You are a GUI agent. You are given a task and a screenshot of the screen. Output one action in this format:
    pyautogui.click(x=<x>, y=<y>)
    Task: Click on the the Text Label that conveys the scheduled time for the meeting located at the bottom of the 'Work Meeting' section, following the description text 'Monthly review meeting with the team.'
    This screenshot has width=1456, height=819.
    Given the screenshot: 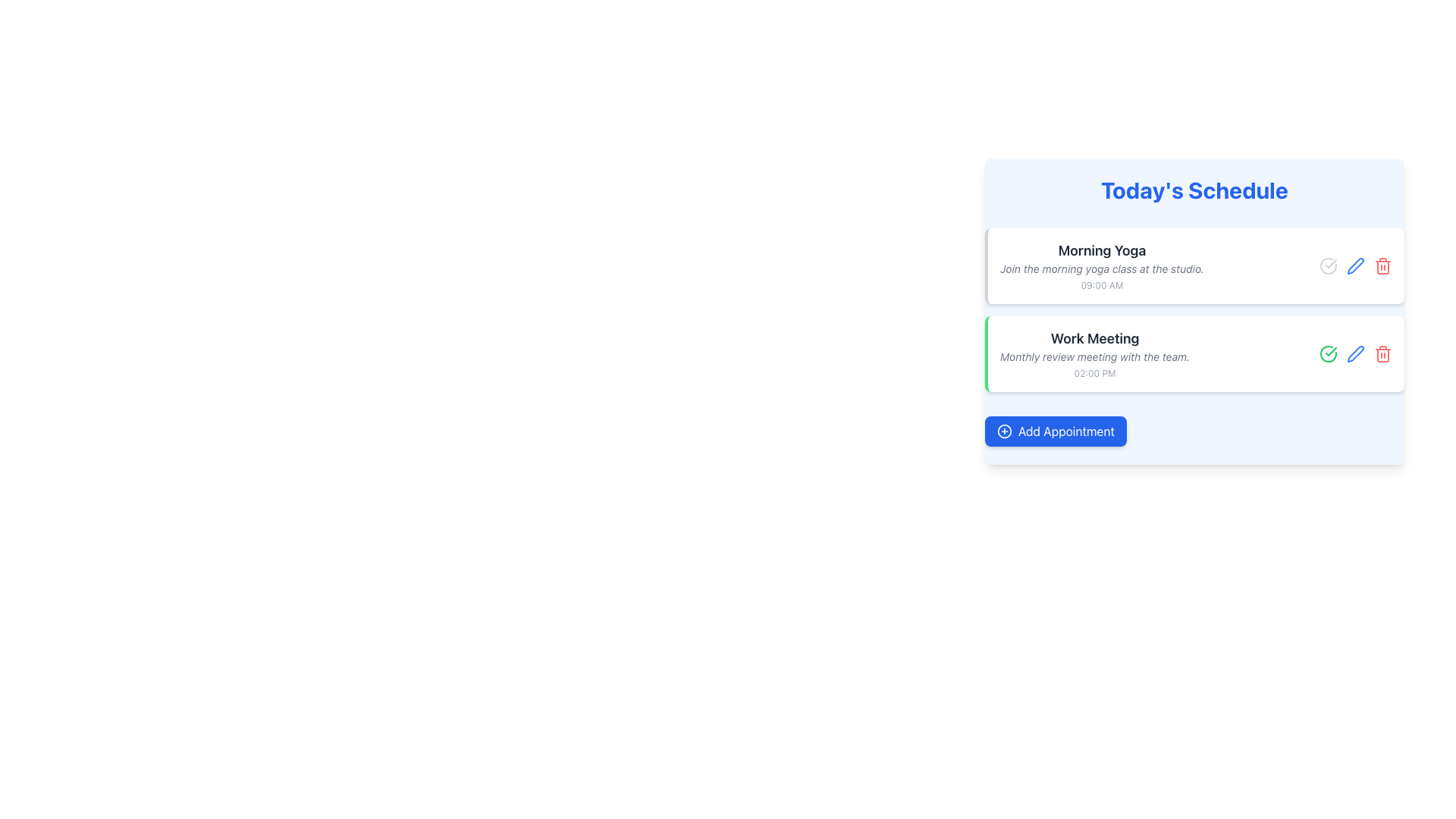 What is the action you would take?
    pyautogui.click(x=1095, y=374)
    